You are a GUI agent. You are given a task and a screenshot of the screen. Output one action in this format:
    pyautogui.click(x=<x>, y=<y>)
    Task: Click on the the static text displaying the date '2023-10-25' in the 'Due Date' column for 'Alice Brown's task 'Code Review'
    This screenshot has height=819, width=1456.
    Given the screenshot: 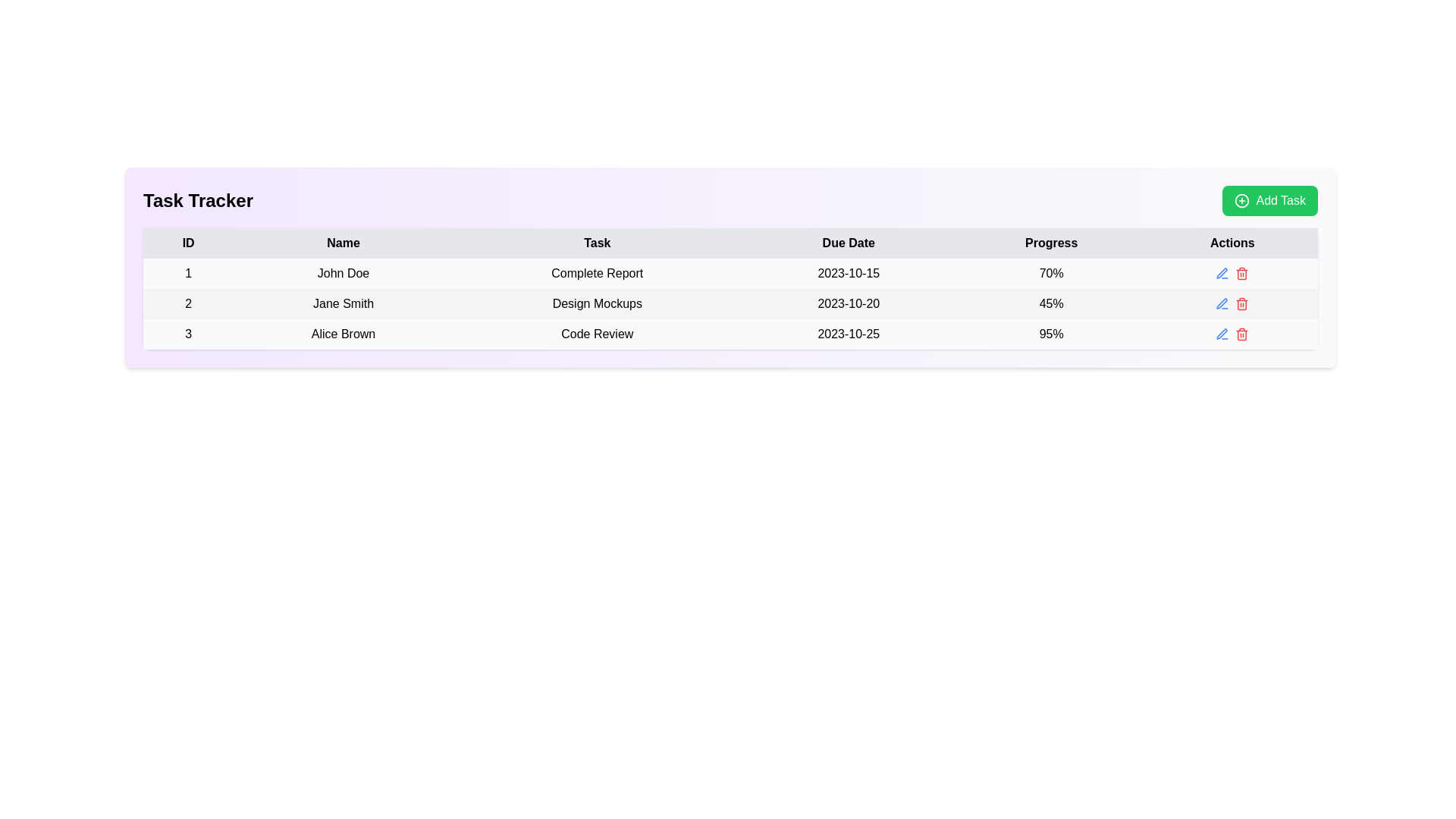 What is the action you would take?
    pyautogui.click(x=848, y=333)
    